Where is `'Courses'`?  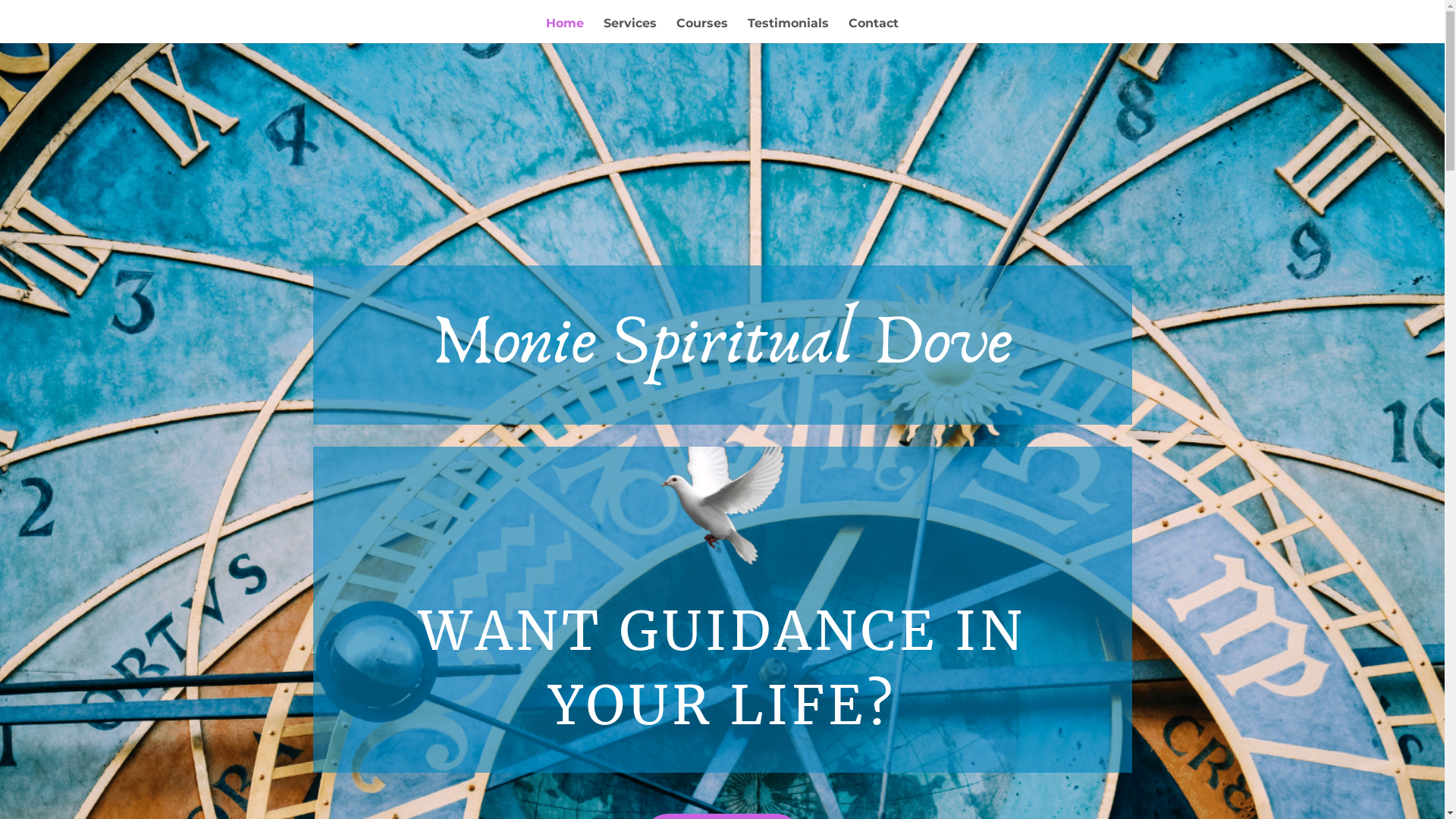 'Courses' is located at coordinates (701, 30).